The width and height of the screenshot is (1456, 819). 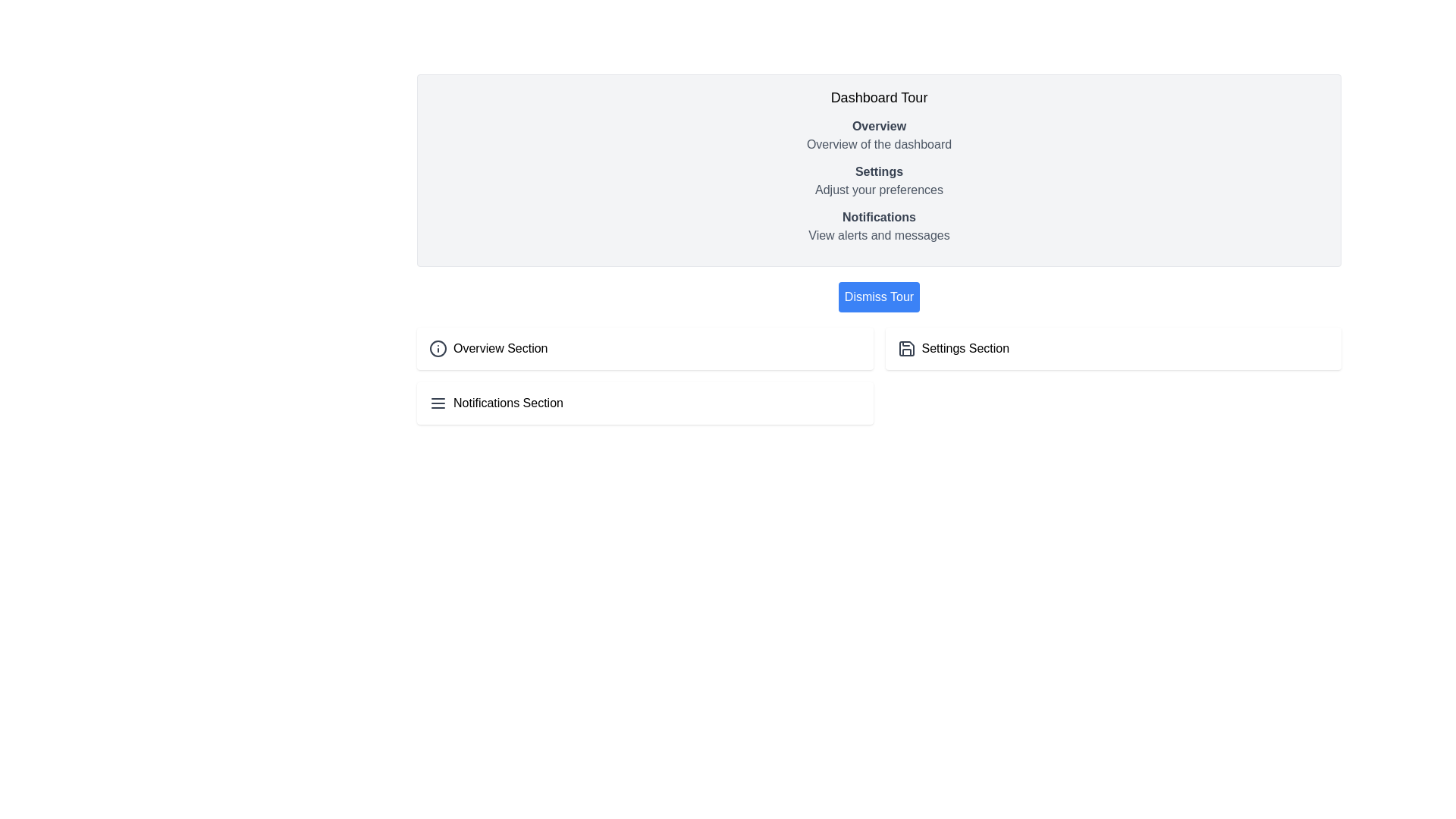 I want to click on the dismiss button below the 'Notifications: View alerts and messages' text to trigger a visual ring effect around it, so click(x=879, y=297).